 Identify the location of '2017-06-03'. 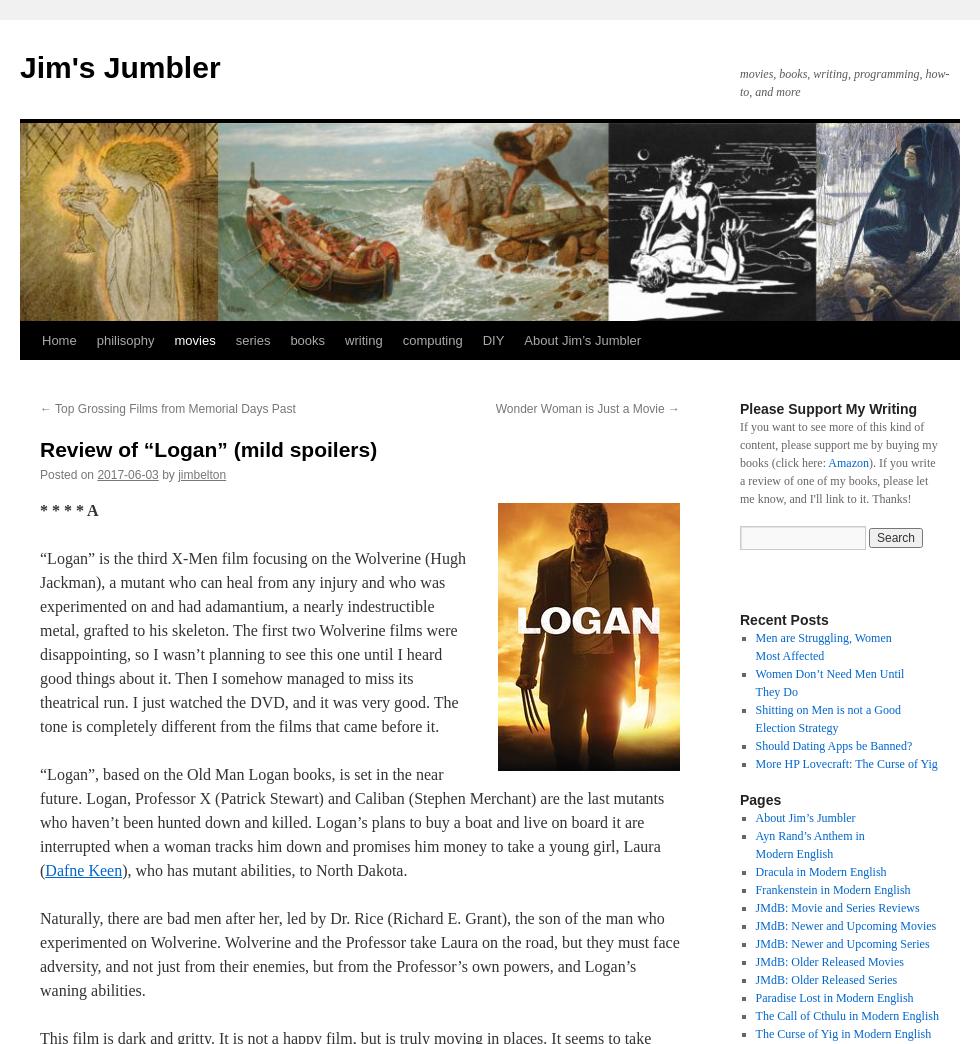
(127, 475).